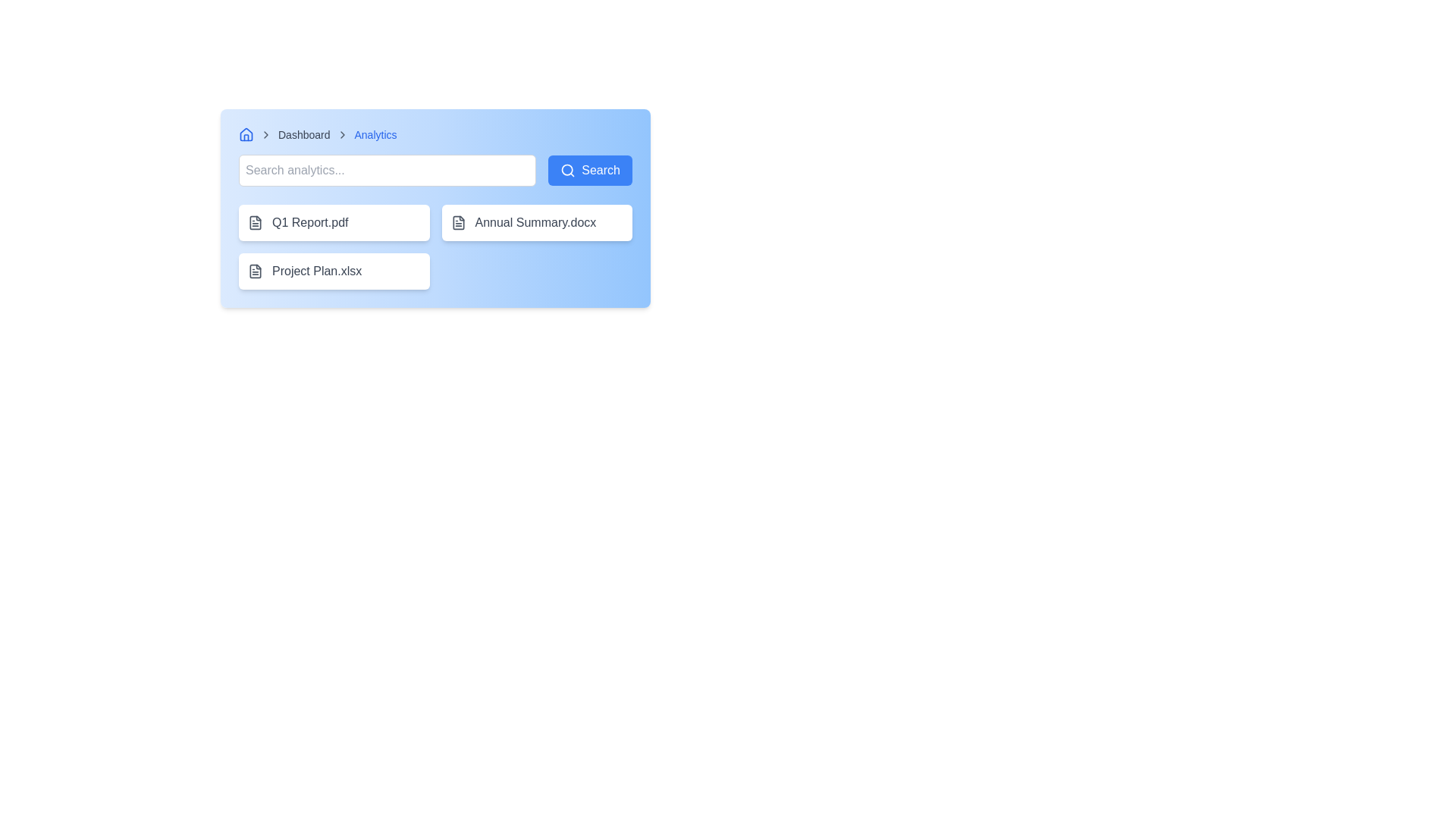 This screenshot has width=1456, height=819. Describe the element at coordinates (303, 133) in the screenshot. I see `the 'Dashboard' text link in the breadcrumb navigation` at that location.